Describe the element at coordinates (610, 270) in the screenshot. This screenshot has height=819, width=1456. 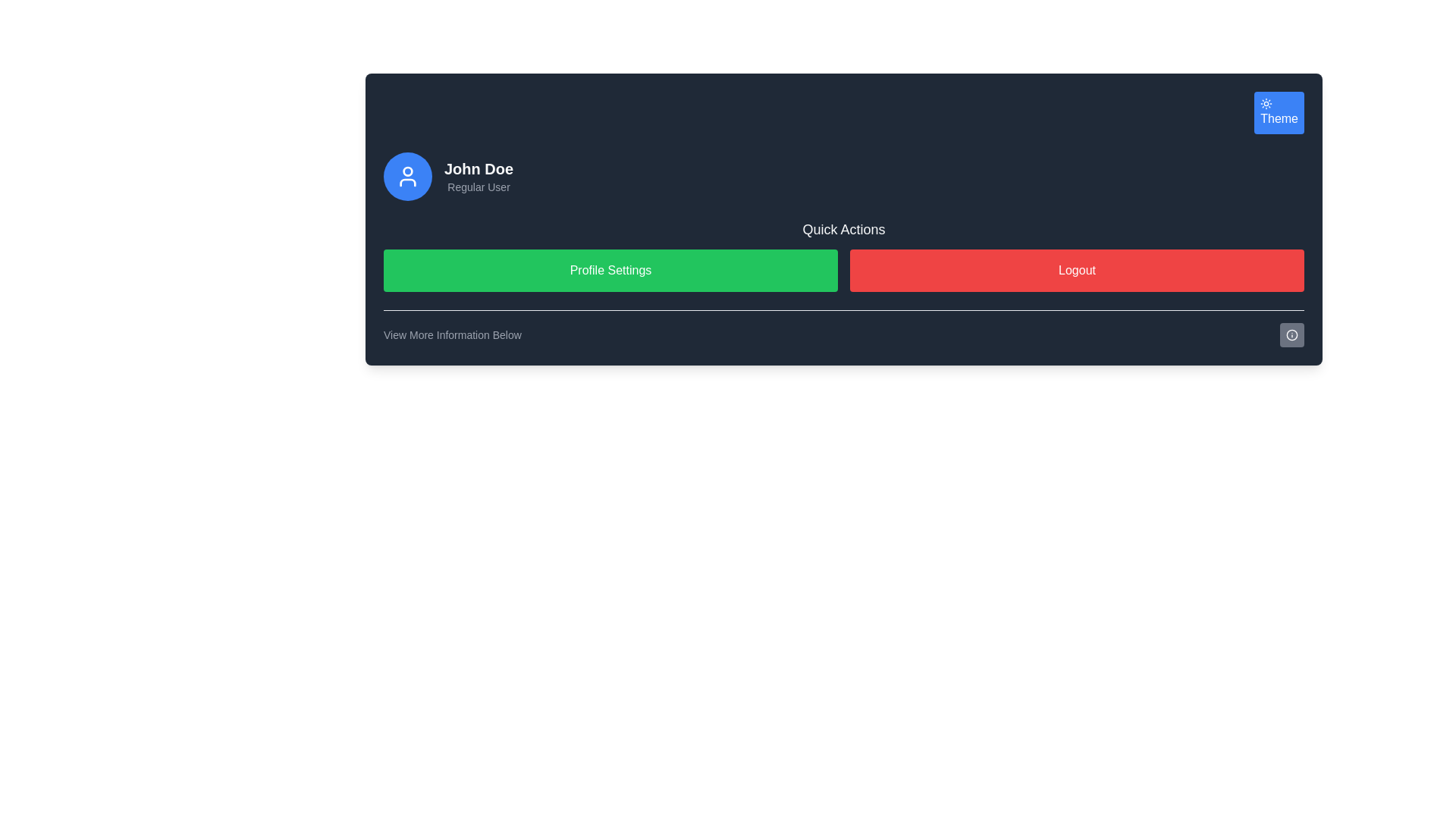
I see `the 'Profile Settings' button, which is a horizontally elongated component with rounded corners and a green background` at that location.